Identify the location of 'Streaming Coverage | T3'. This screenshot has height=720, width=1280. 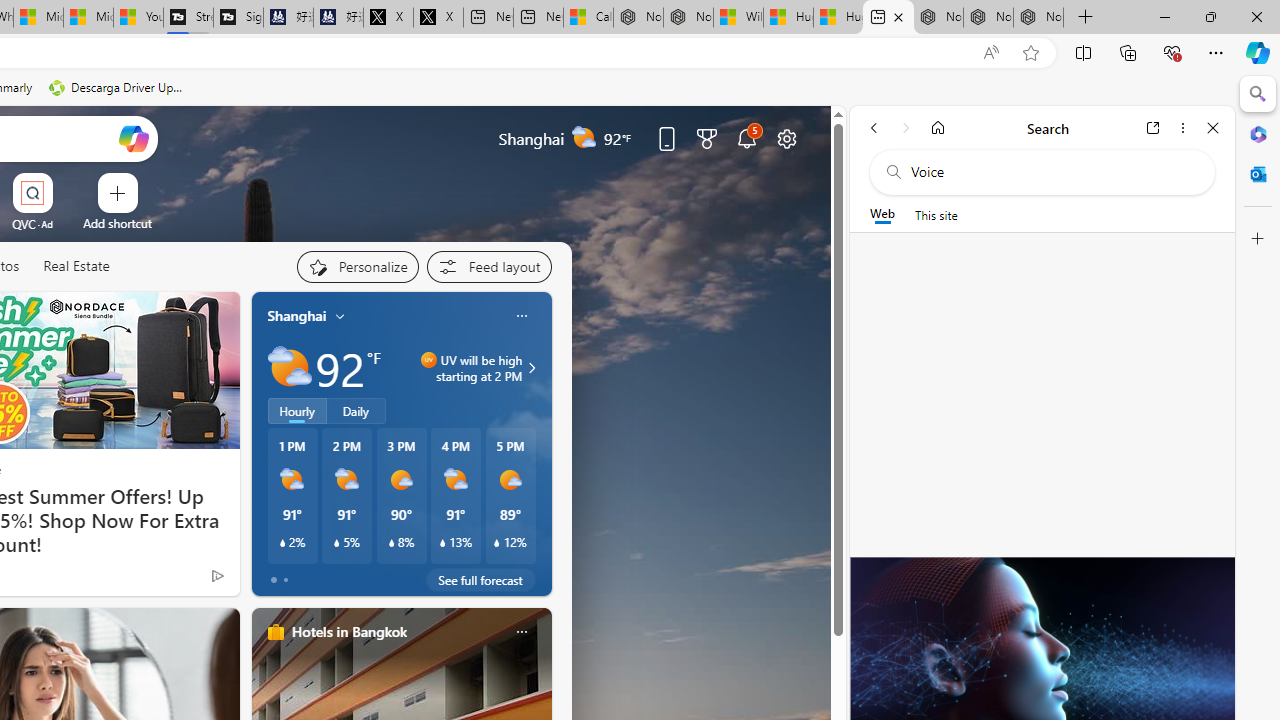
(188, 17).